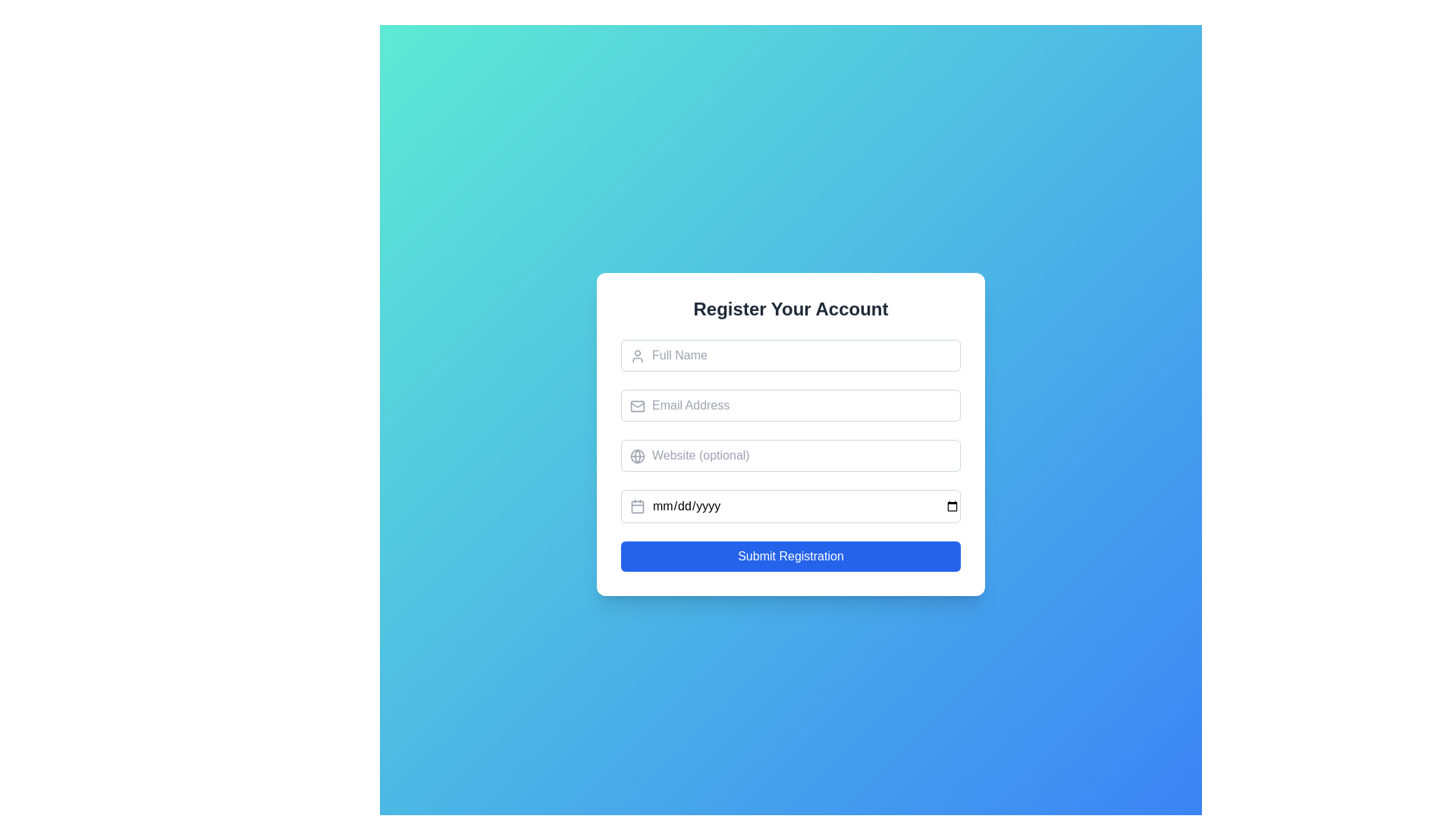 The height and width of the screenshot is (819, 1456). What do you see at coordinates (637, 506) in the screenshot?
I see `the calendar icon located to the left of the date input field in the registration form via keyboard navigation if it is focusable` at bounding box center [637, 506].